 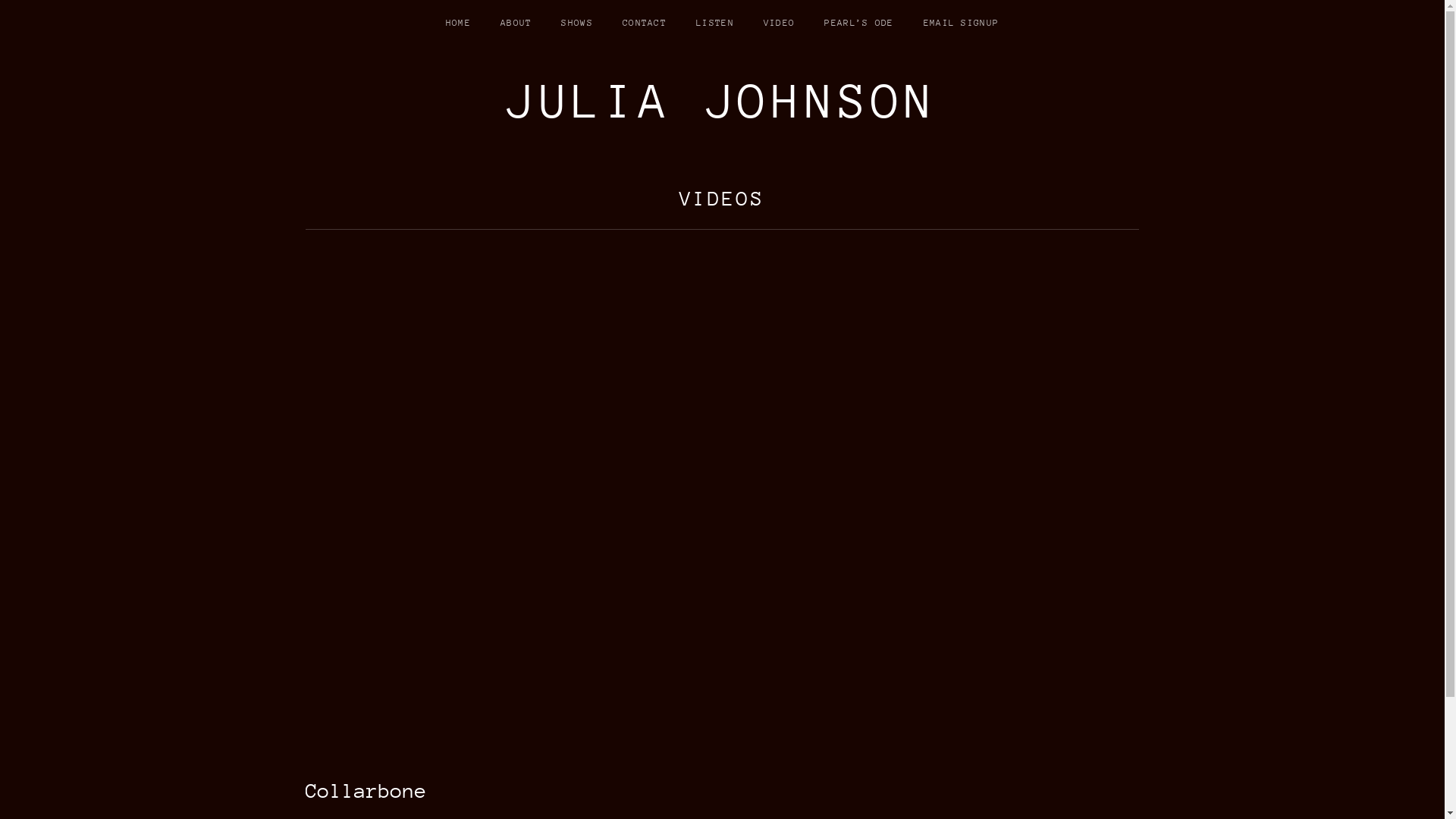 I want to click on 'VIDEO', so click(x=779, y=23).